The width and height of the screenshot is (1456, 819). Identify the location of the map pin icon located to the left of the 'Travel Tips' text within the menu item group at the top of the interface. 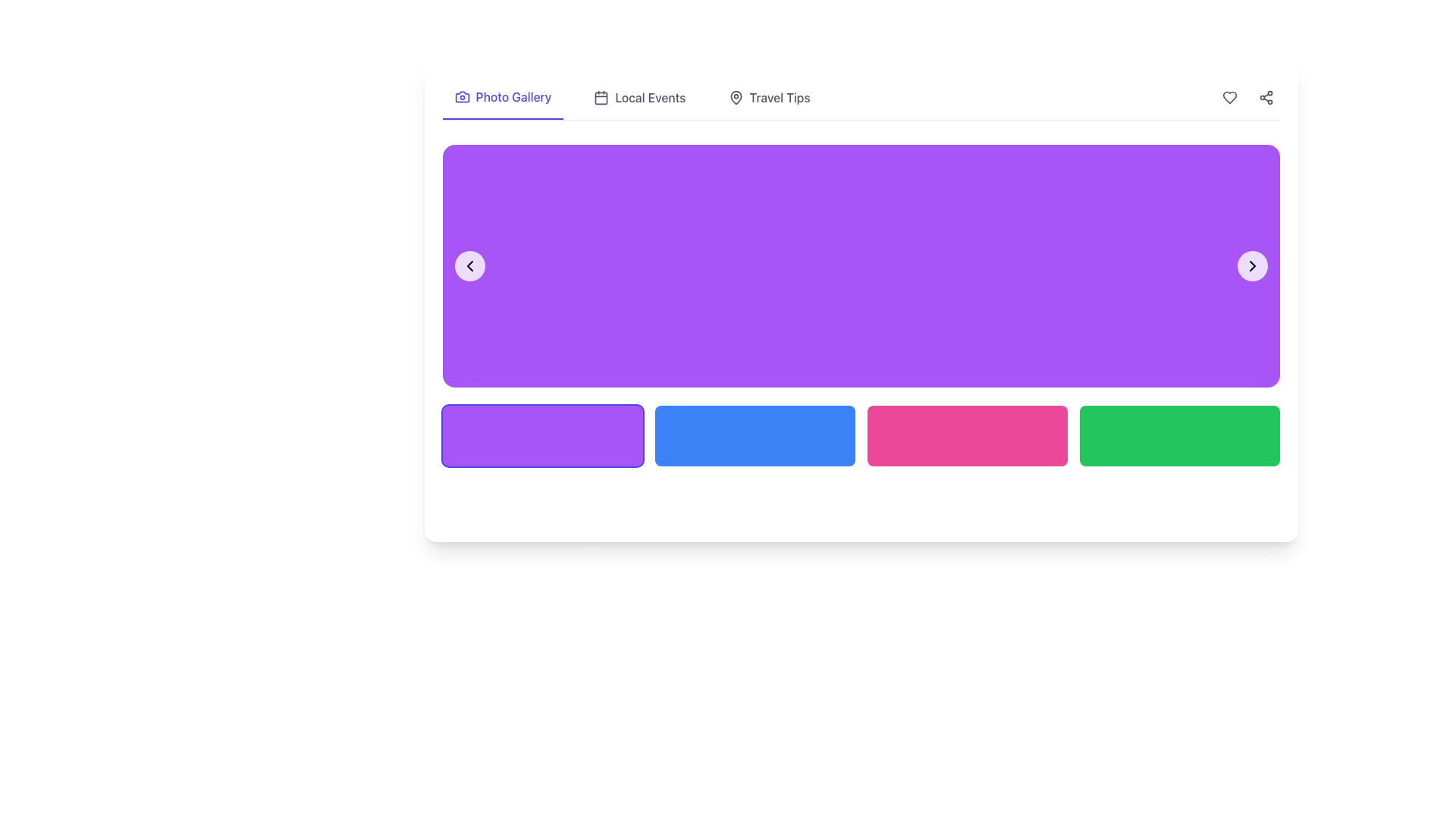
(736, 97).